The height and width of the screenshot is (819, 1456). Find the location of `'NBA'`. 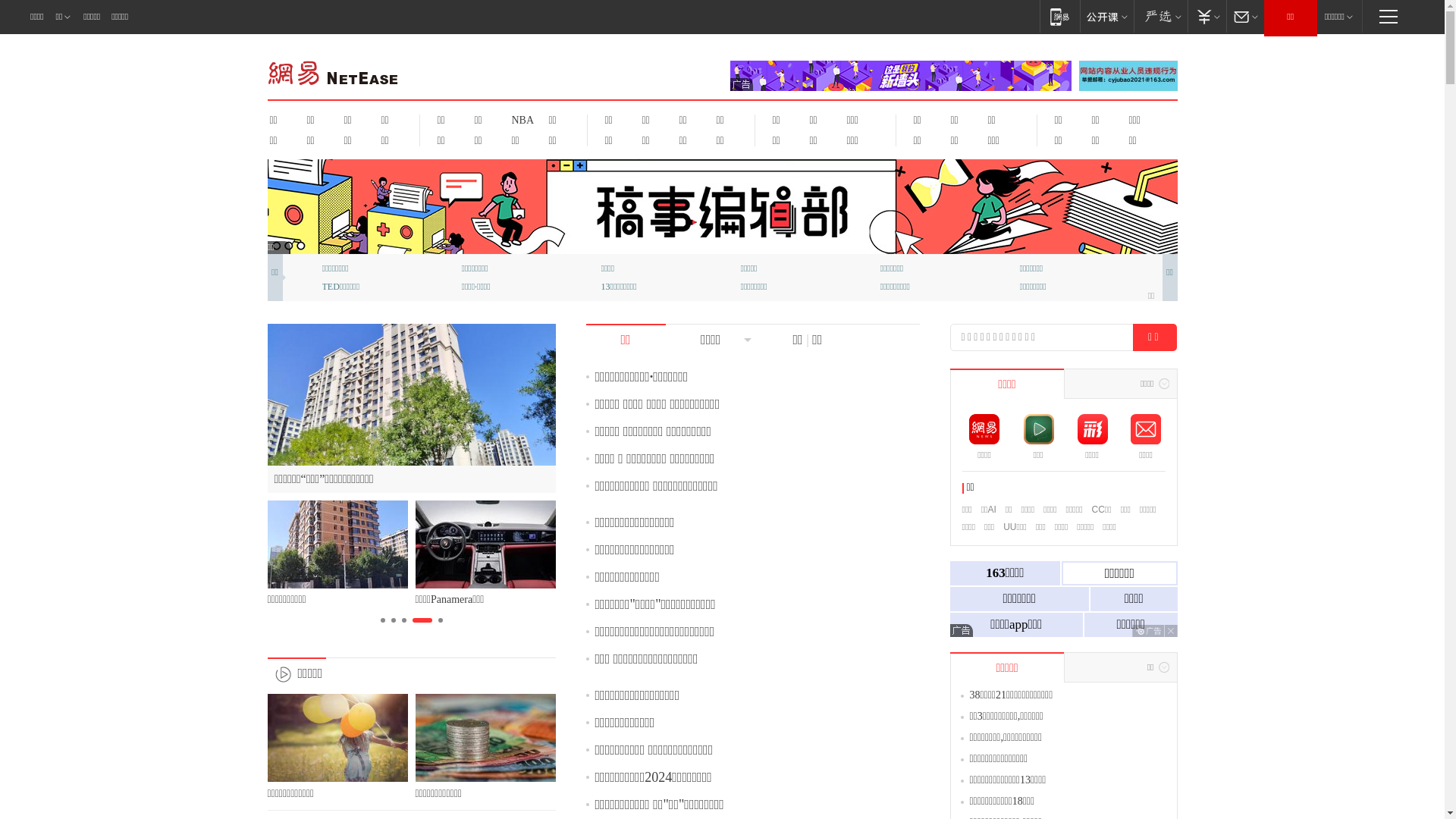

'NBA' is located at coordinates (520, 119).